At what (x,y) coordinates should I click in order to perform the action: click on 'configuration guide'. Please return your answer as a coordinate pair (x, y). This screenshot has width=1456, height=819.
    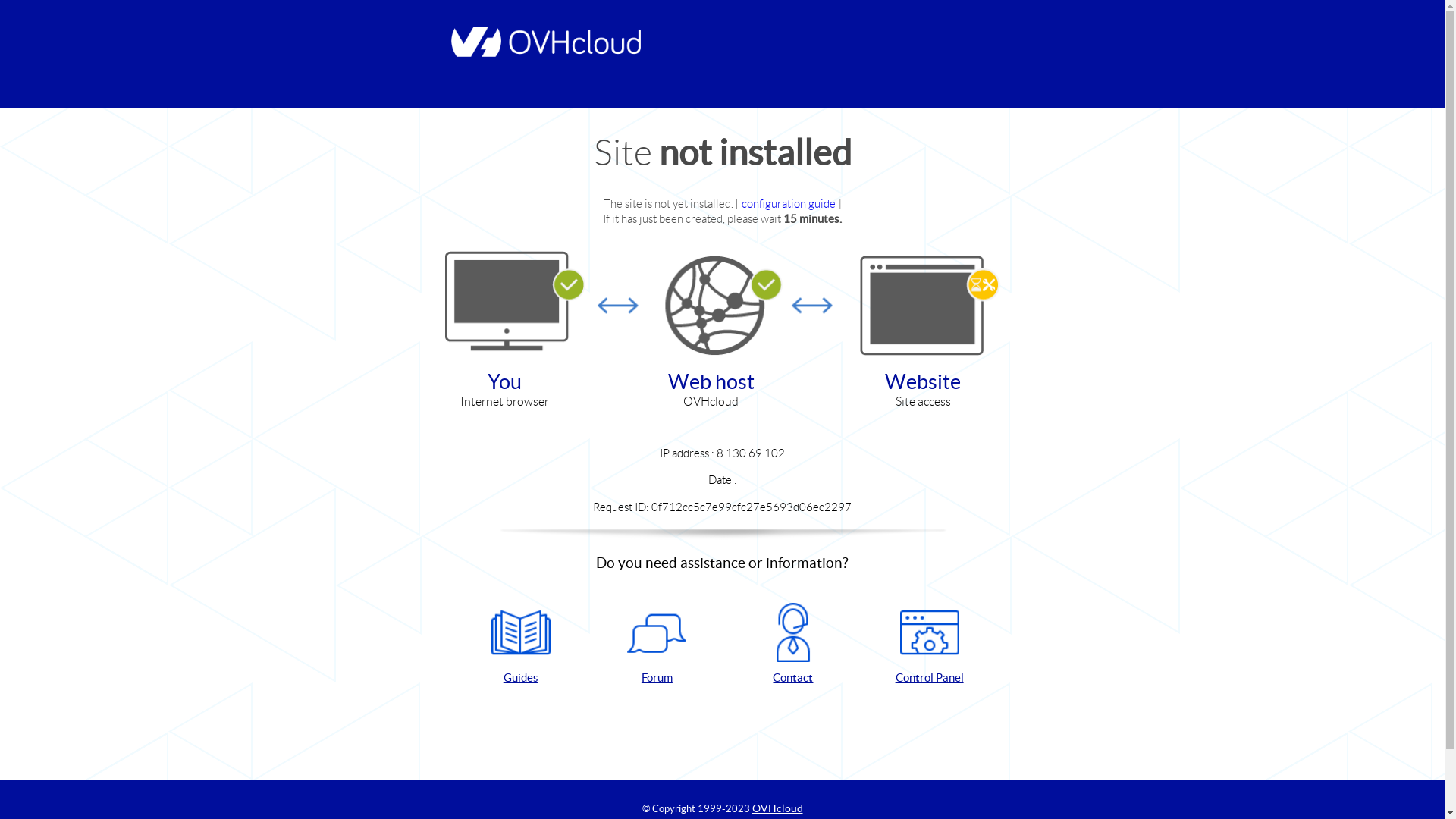
    Looking at the image, I should click on (789, 202).